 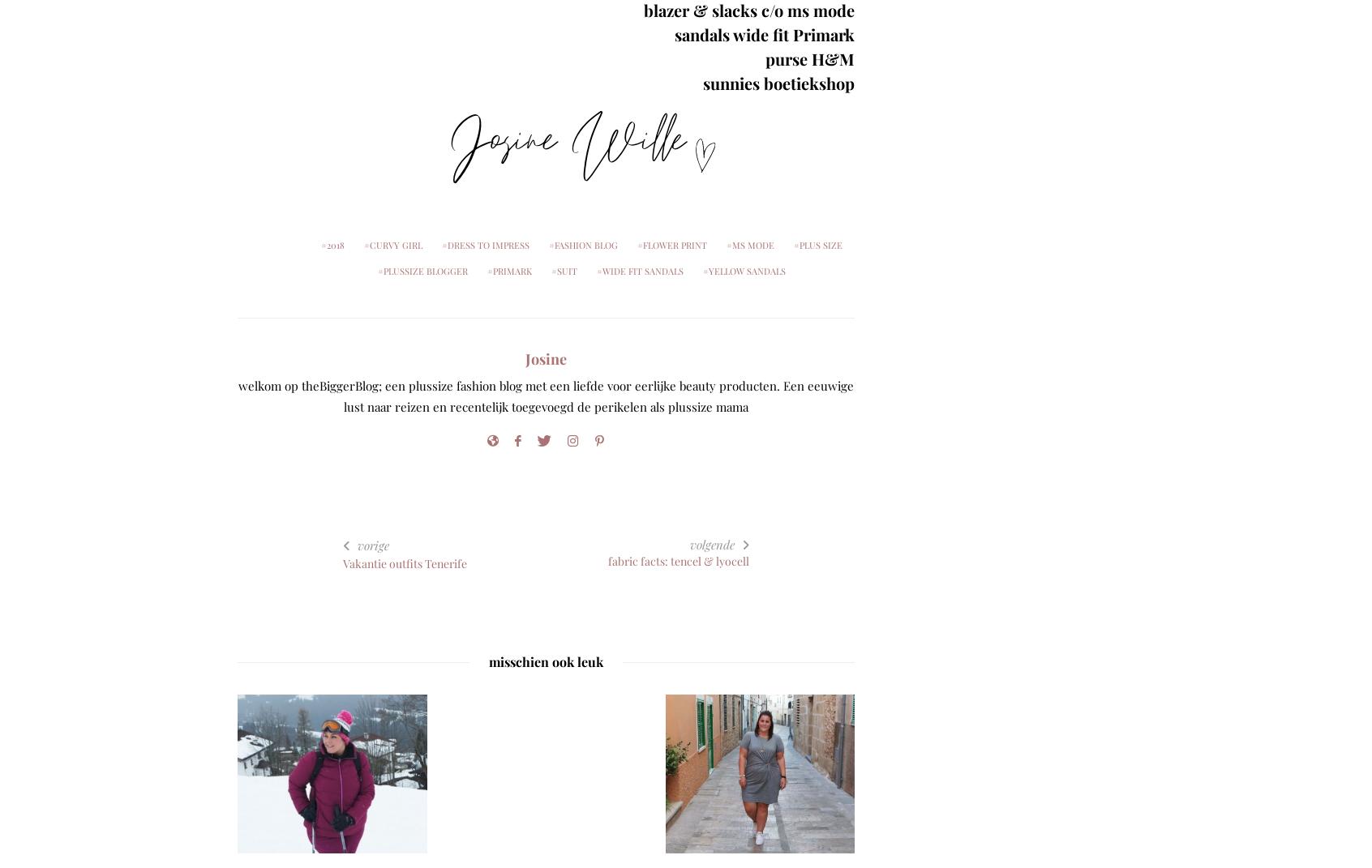 What do you see at coordinates (752, 245) in the screenshot?
I see `'MS Mode'` at bounding box center [752, 245].